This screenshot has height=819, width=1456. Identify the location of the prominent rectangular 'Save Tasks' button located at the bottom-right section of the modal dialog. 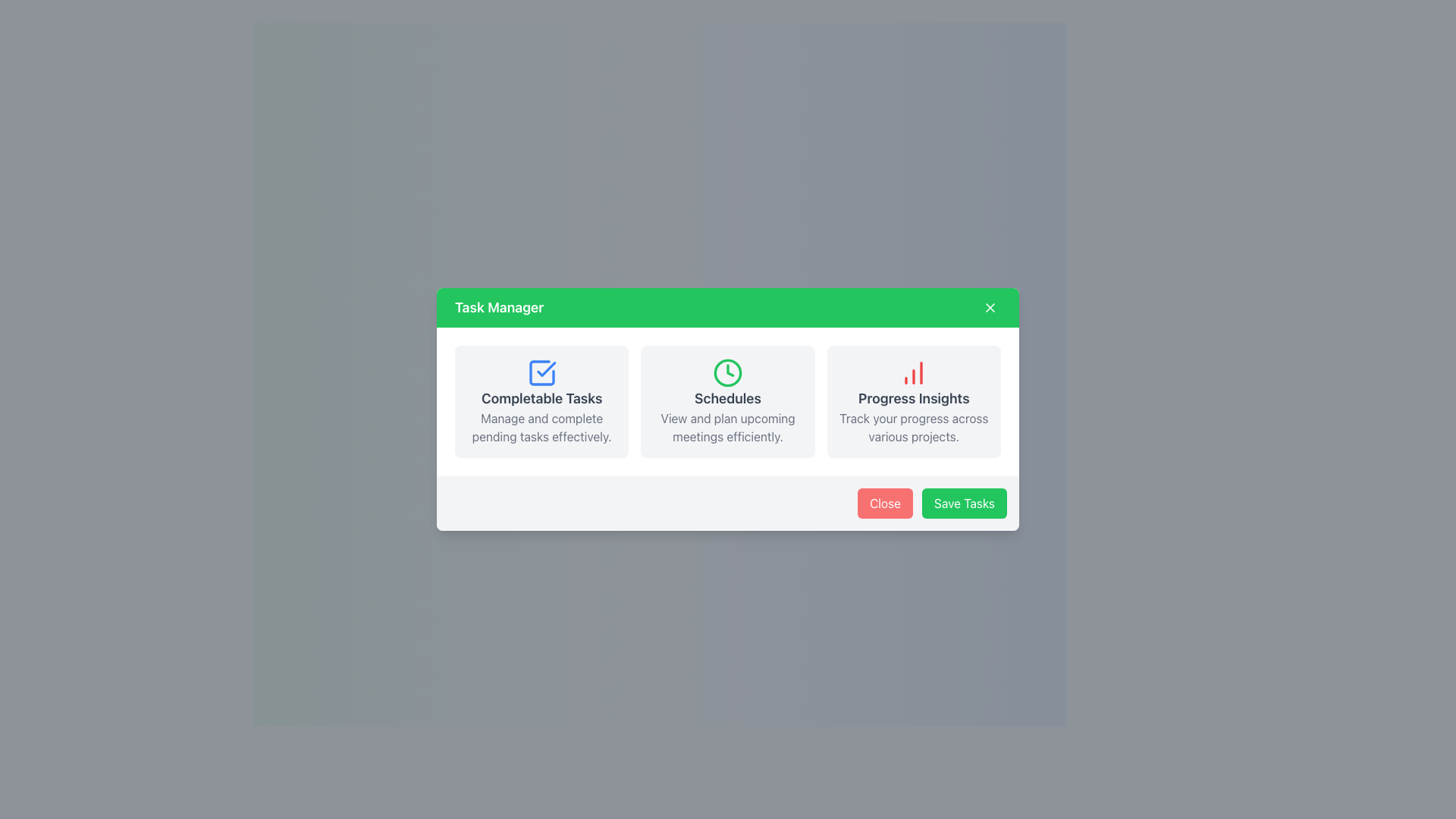
(964, 503).